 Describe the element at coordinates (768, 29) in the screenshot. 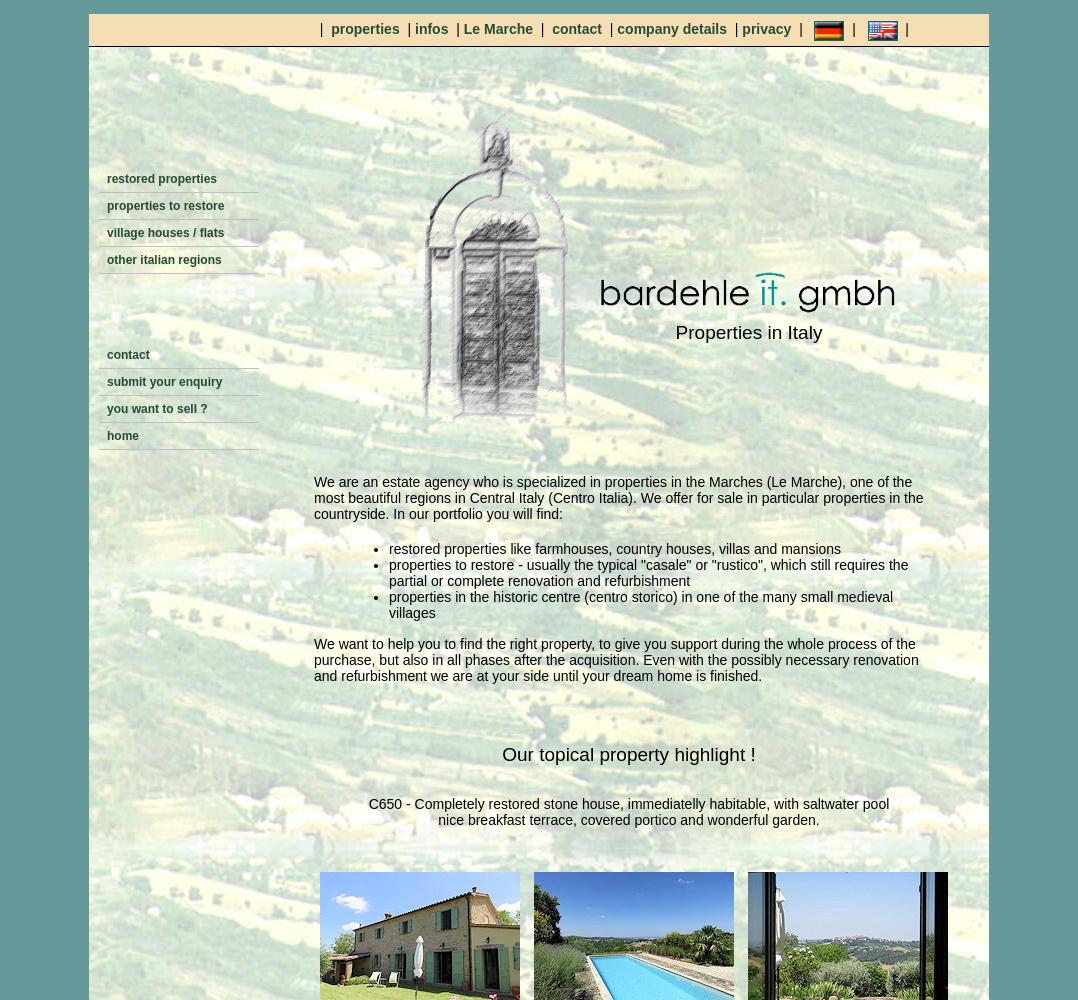

I see `'privacy'` at that location.